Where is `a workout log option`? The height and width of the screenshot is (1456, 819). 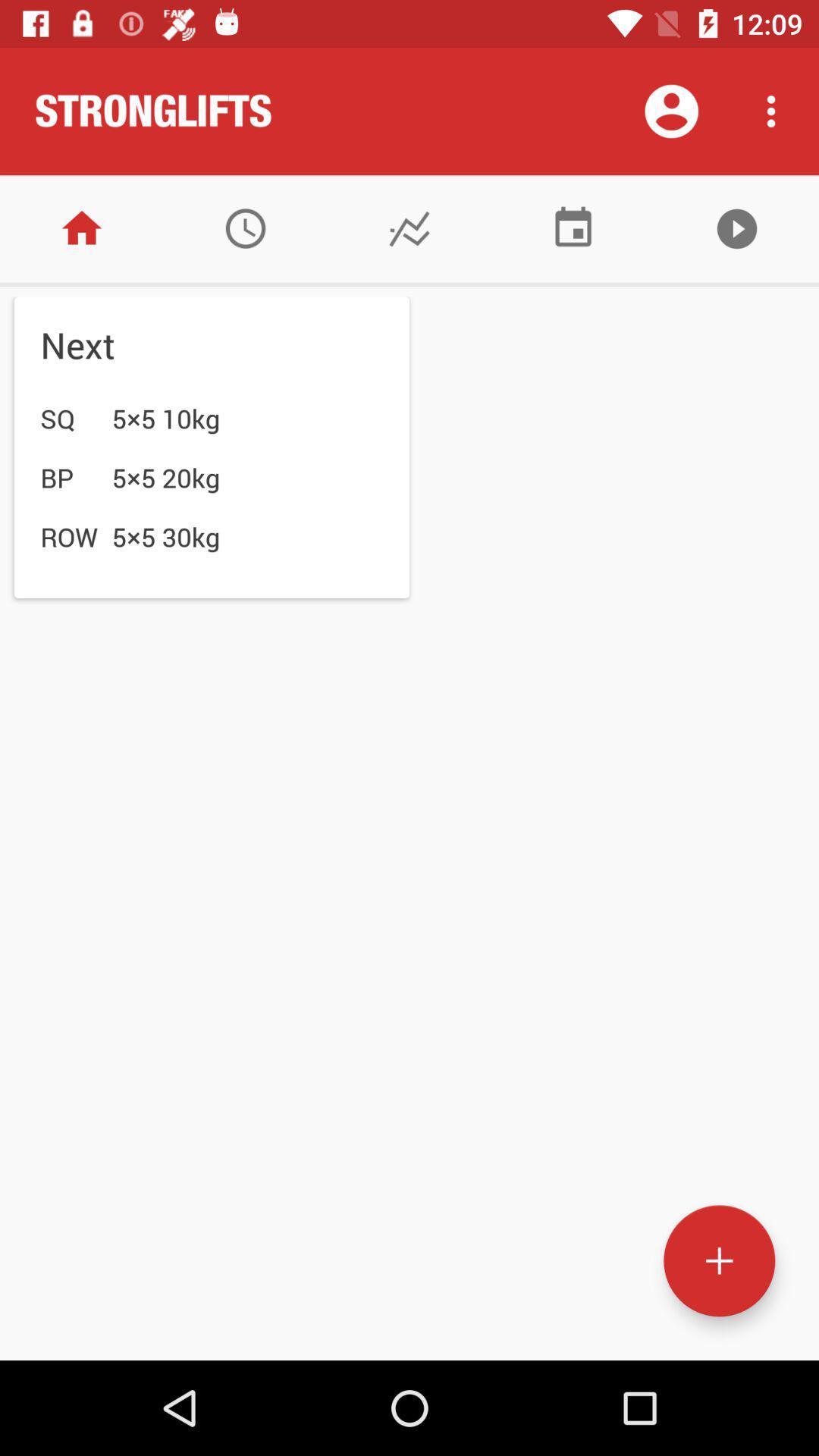 a workout log option is located at coordinates (409, 227).